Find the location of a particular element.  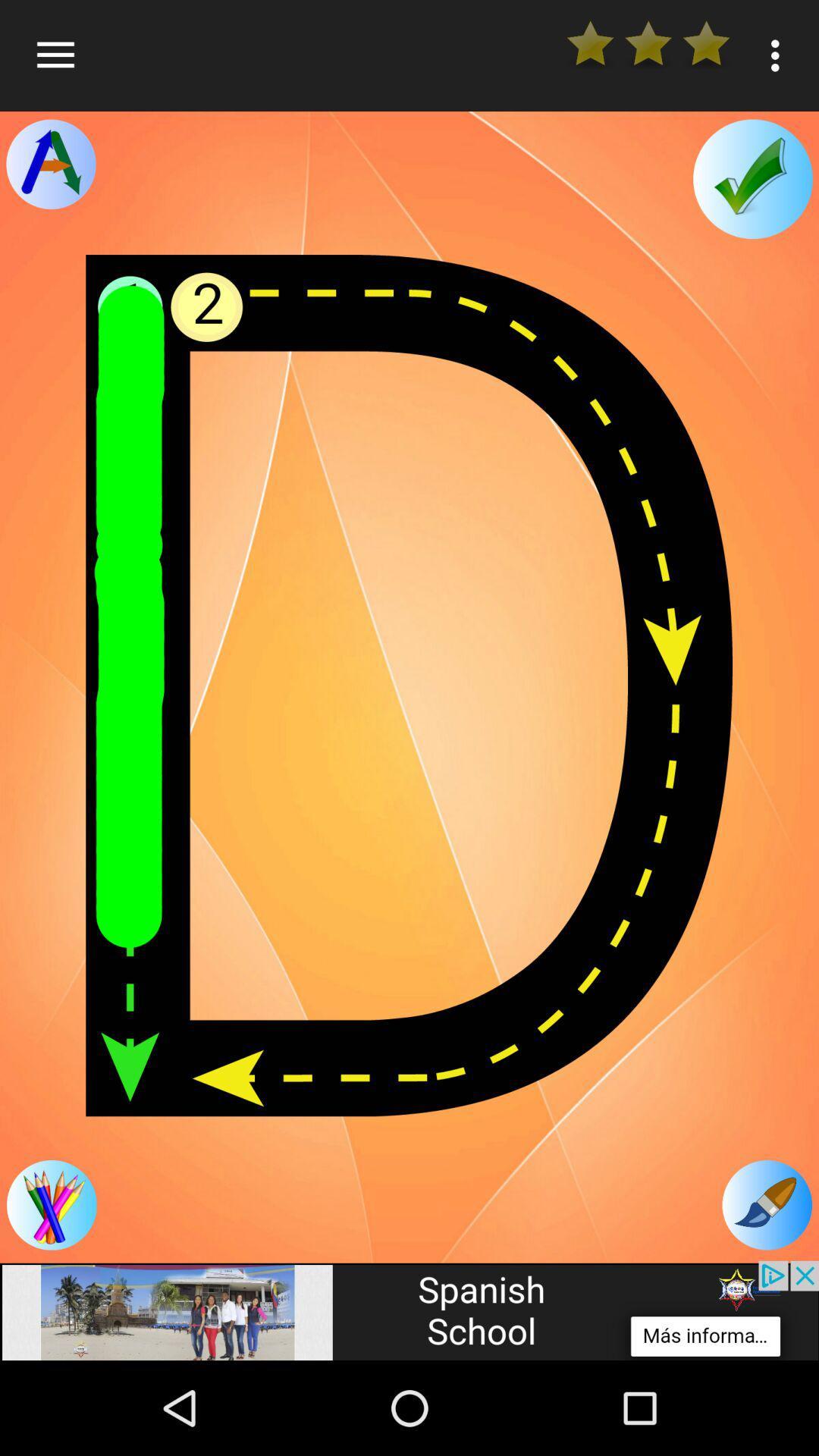

the check icon is located at coordinates (752, 179).